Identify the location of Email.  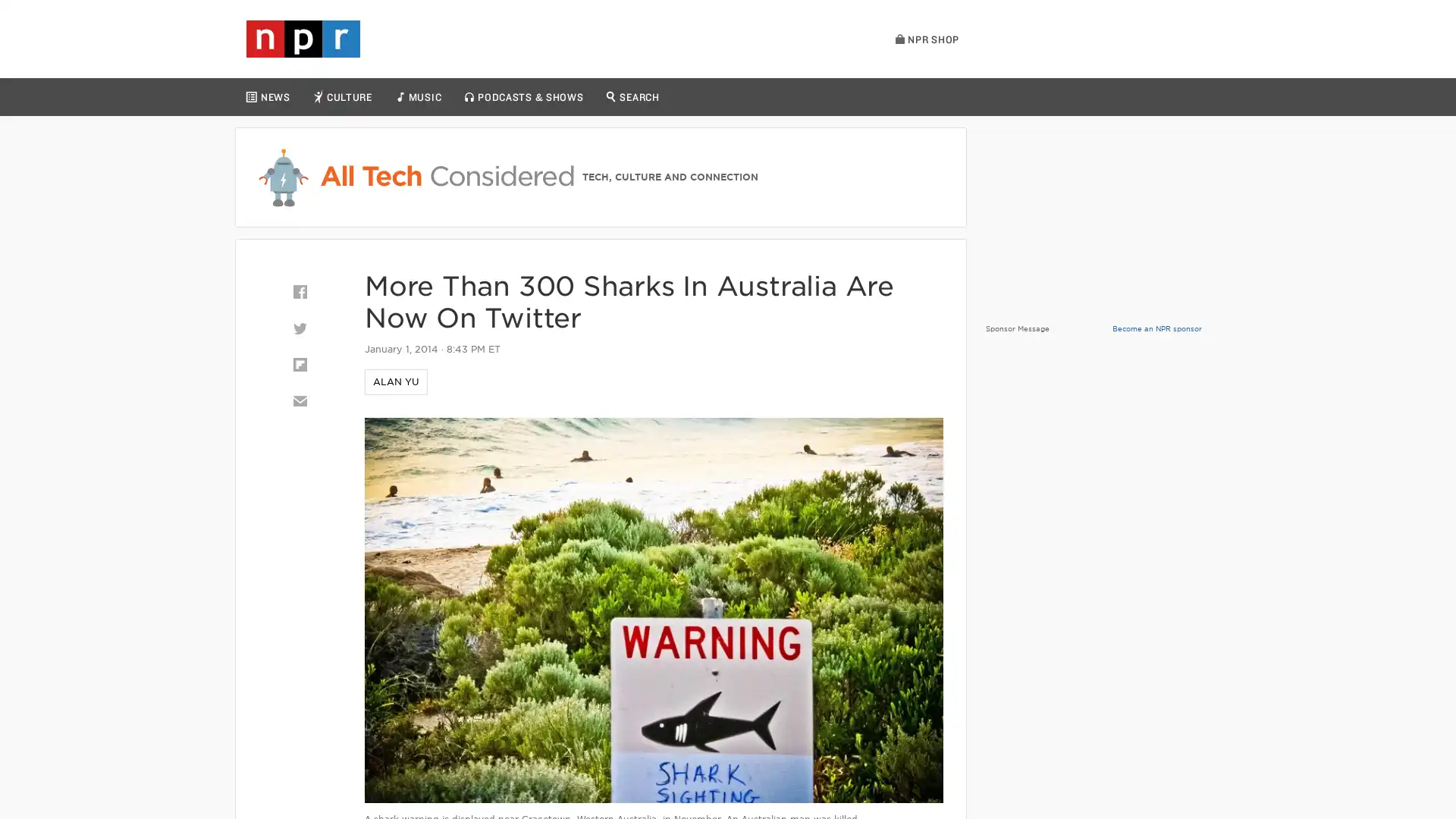
(299, 400).